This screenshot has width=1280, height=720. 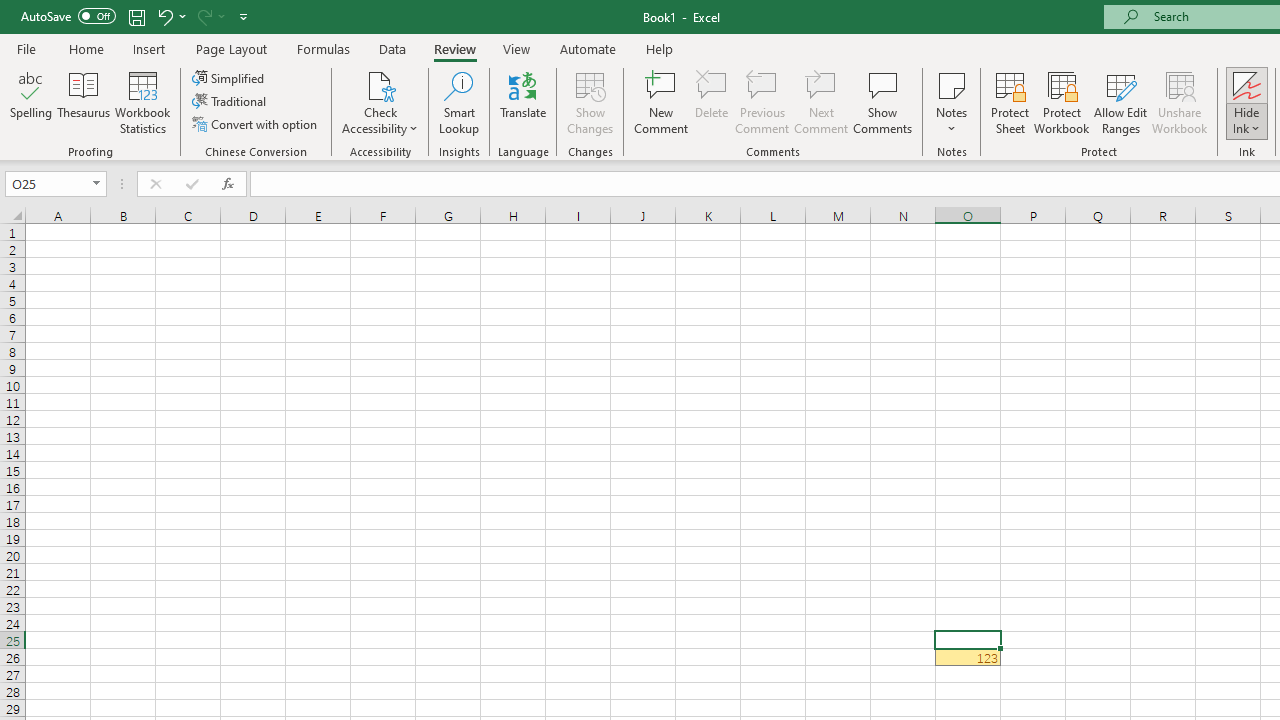 I want to click on 'Automate', so click(x=587, y=48).